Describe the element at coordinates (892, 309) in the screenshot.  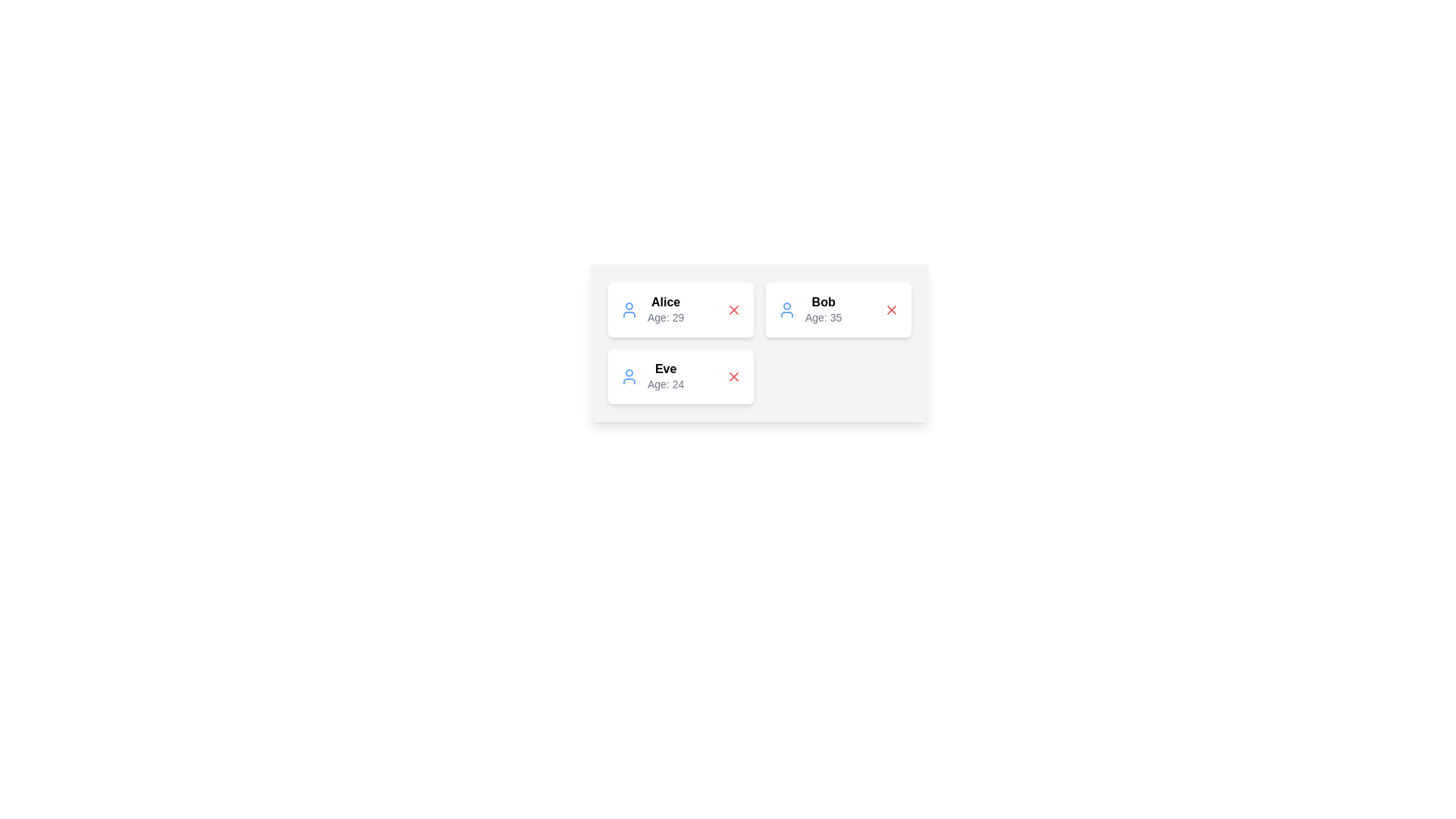
I see `the close button for the user card of Bob` at that location.